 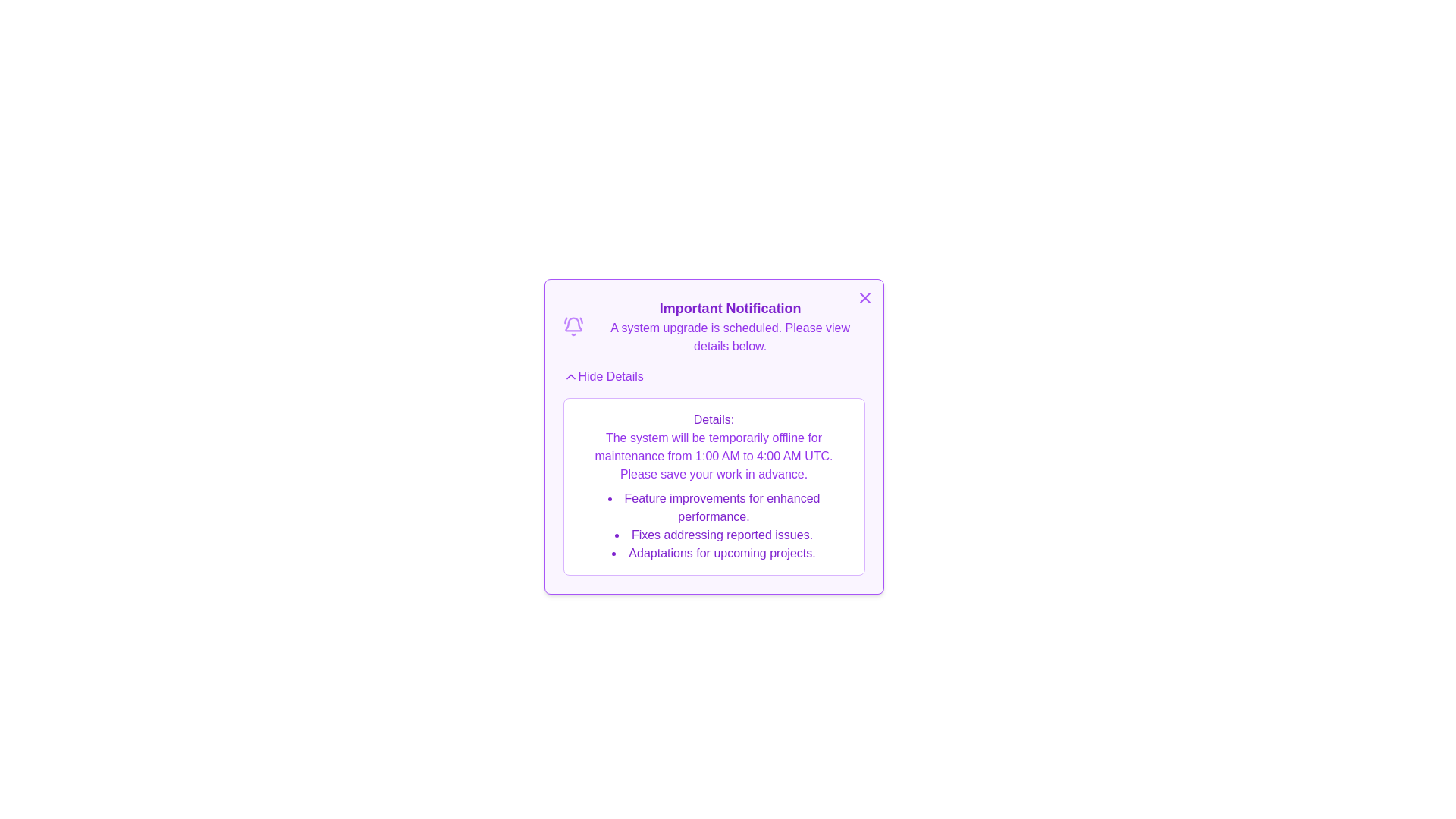 What do you see at coordinates (864, 298) in the screenshot?
I see `close button to dismiss the alert` at bounding box center [864, 298].